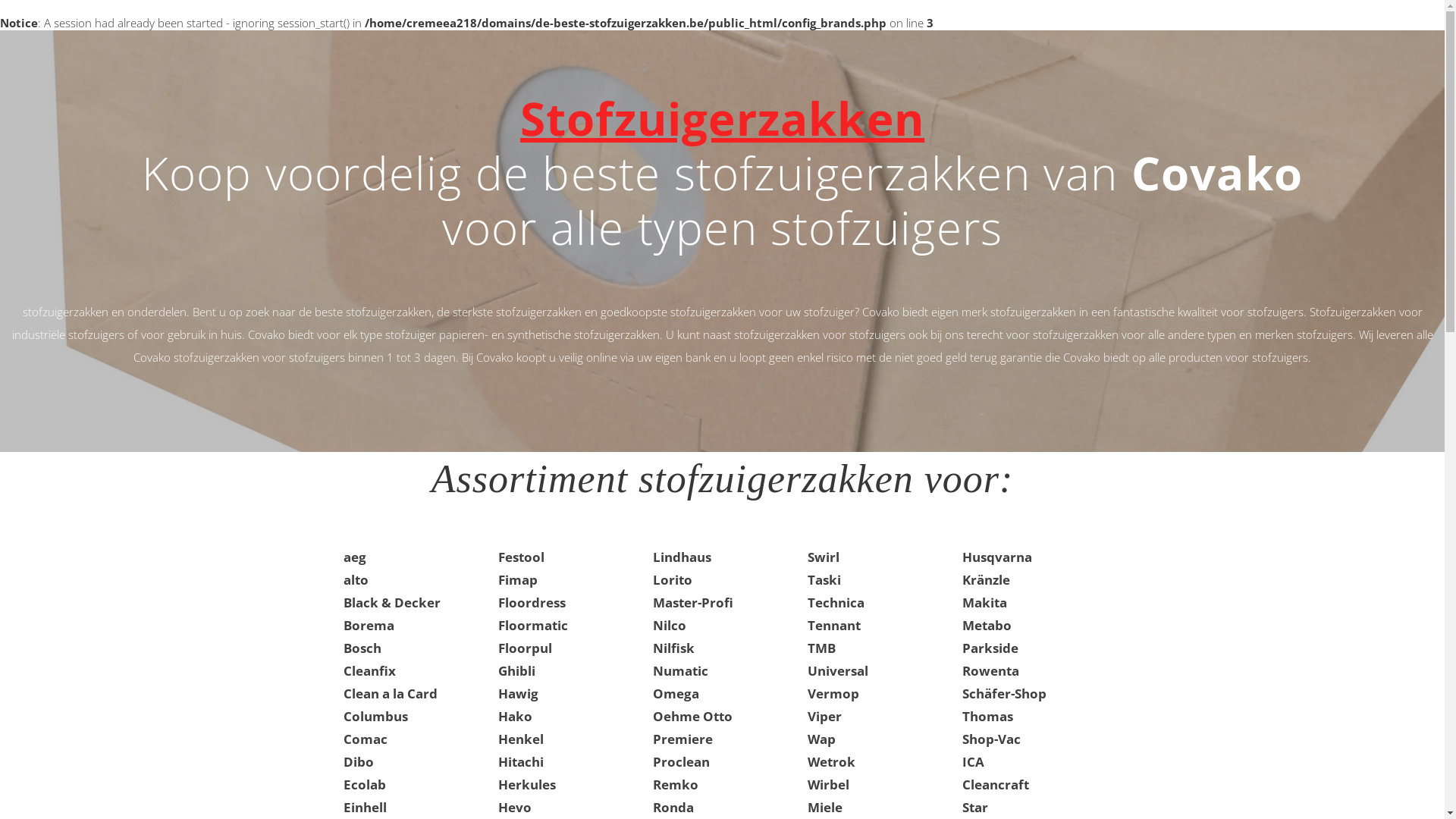 The image size is (1456, 819). What do you see at coordinates (364, 738) in the screenshot?
I see `'Comac'` at bounding box center [364, 738].